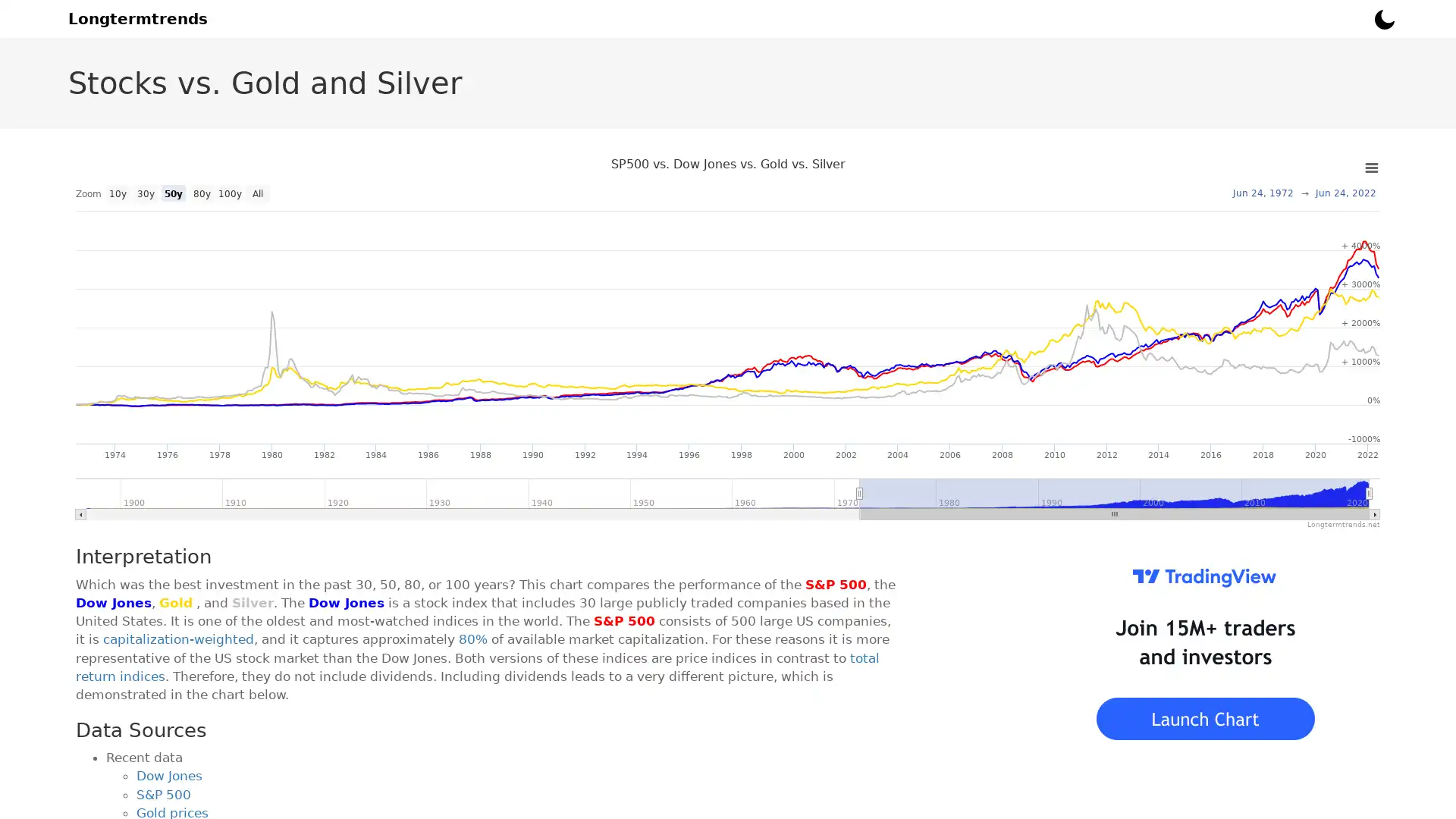 The image size is (1456, 819). What do you see at coordinates (116, 192) in the screenshot?
I see `10y` at bounding box center [116, 192].